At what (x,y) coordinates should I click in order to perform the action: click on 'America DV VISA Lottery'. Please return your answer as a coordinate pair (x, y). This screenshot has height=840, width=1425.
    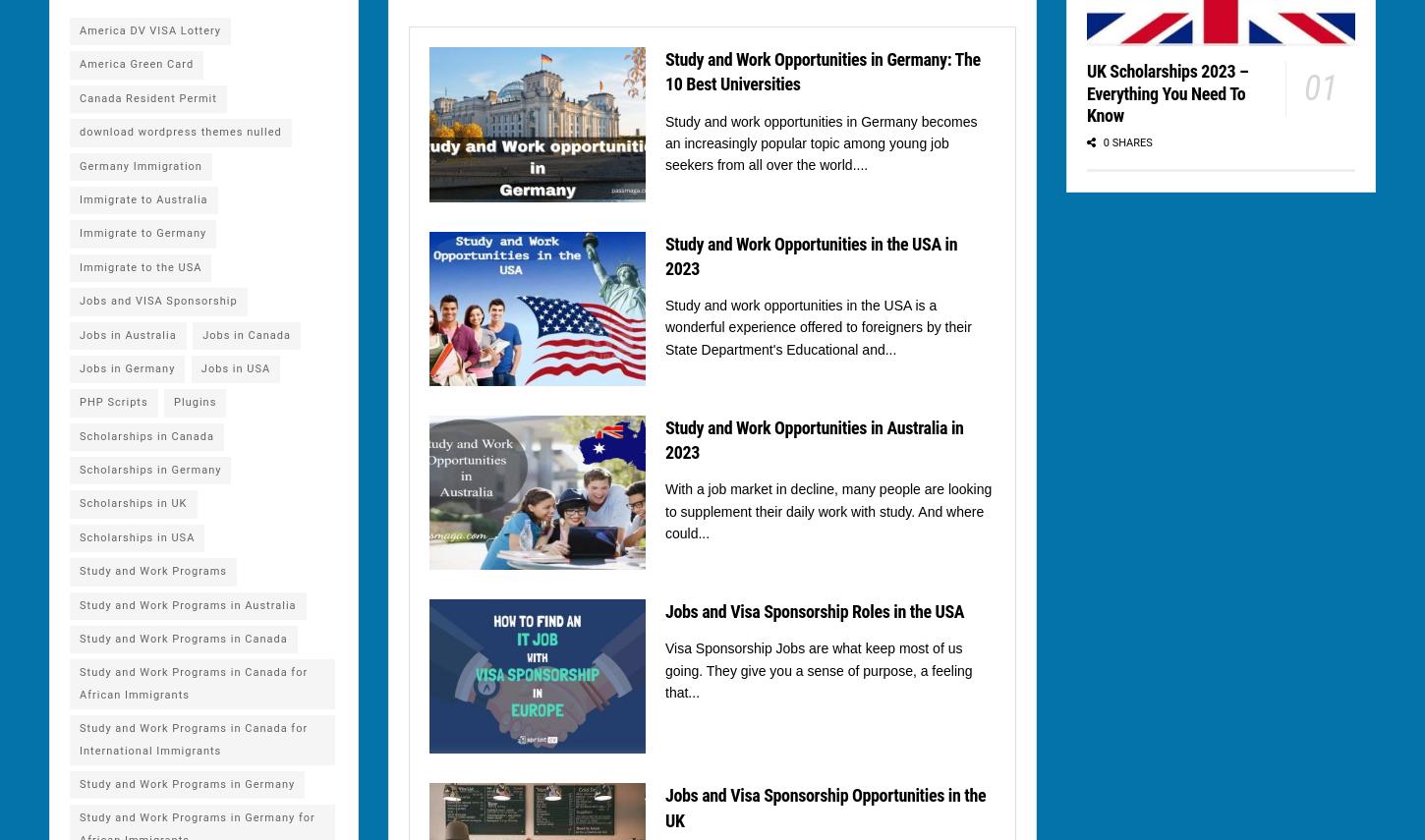
    Looking at the image, I should click on (148, 30).